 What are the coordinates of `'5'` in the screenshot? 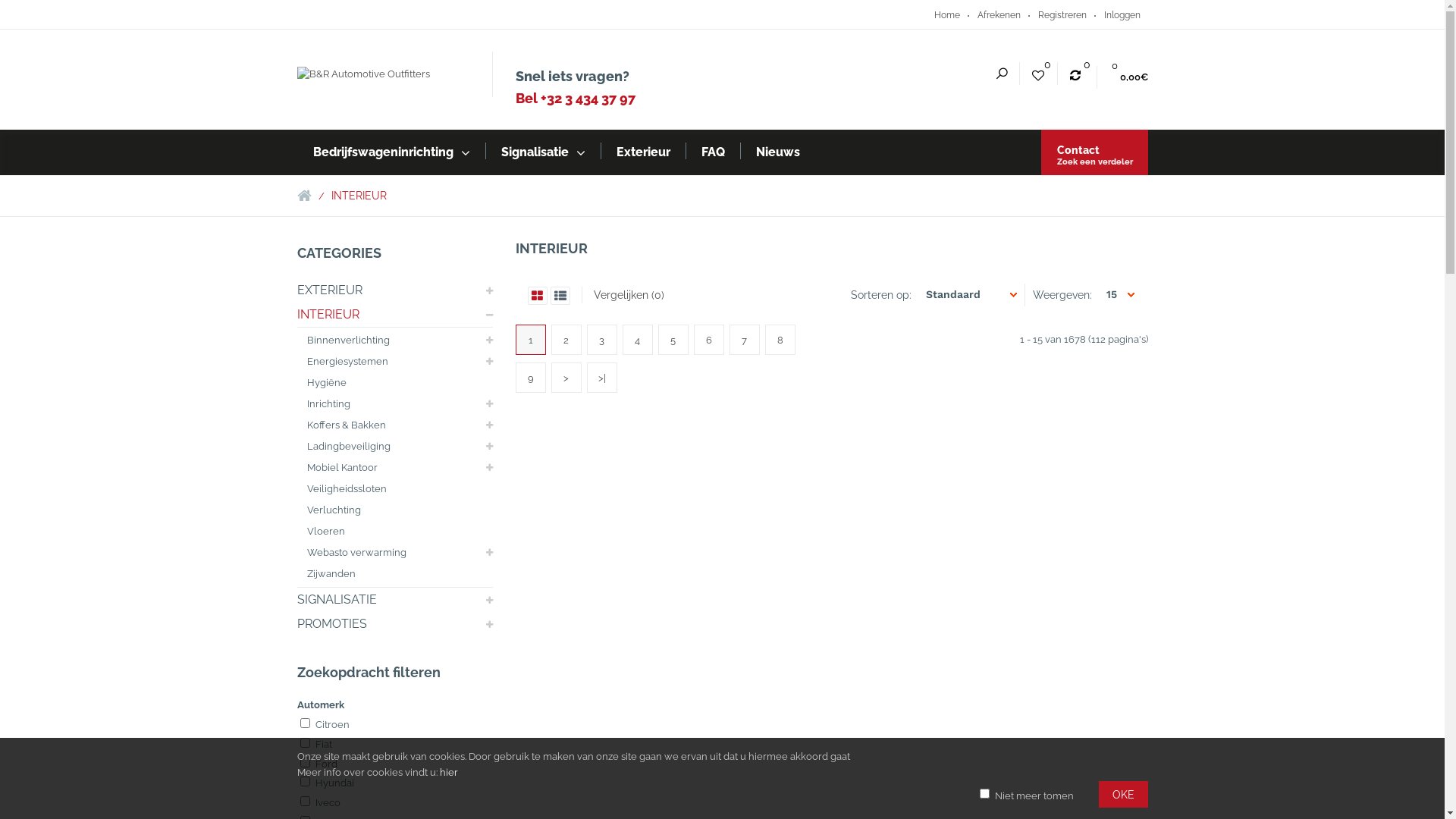 It's located at (672, 338).